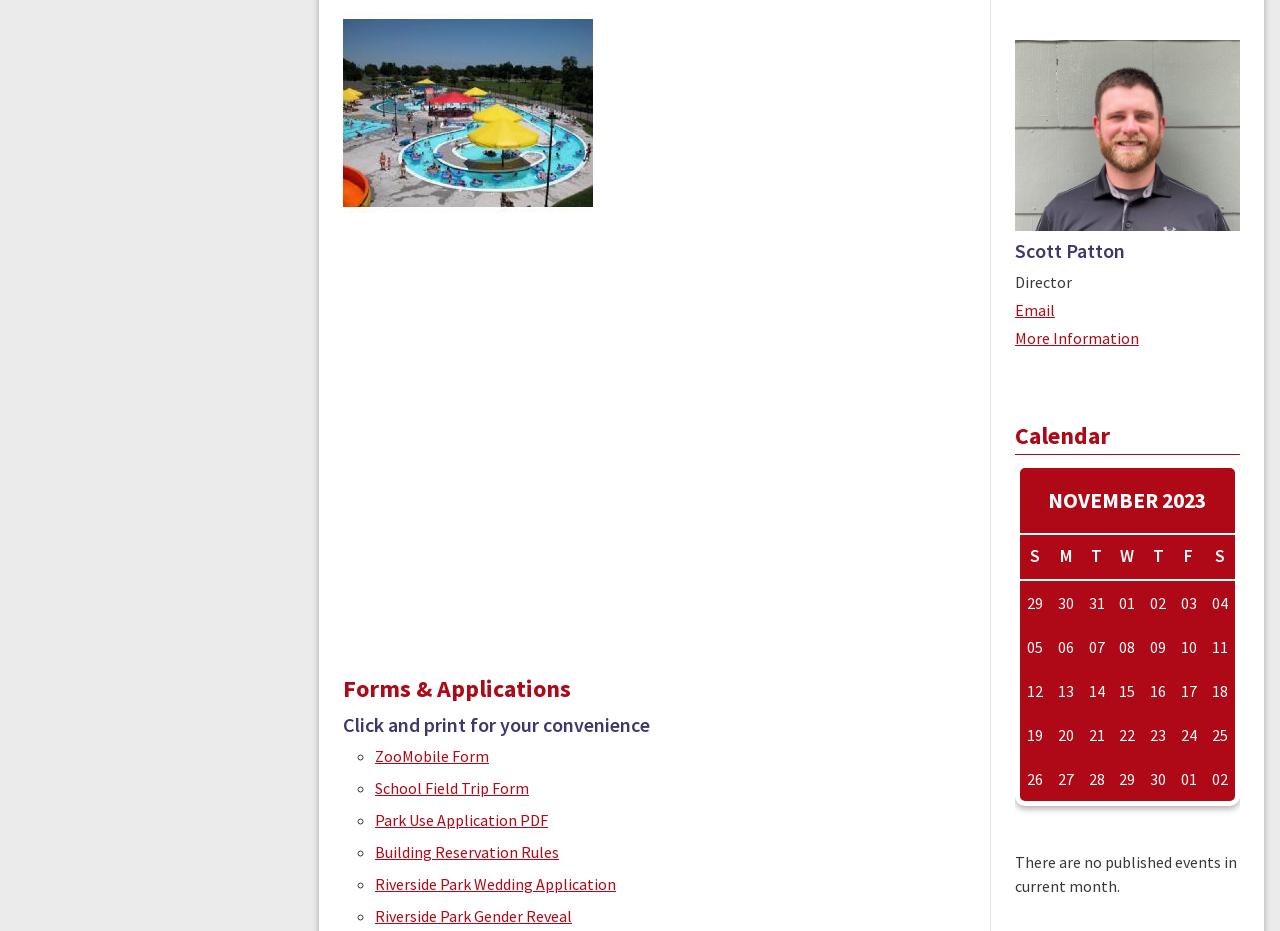 The height and width of the screenshot is (931, 1280). Describe the element at coordinates (1217, 647) in the screenshot. I see `'11'` at that location.